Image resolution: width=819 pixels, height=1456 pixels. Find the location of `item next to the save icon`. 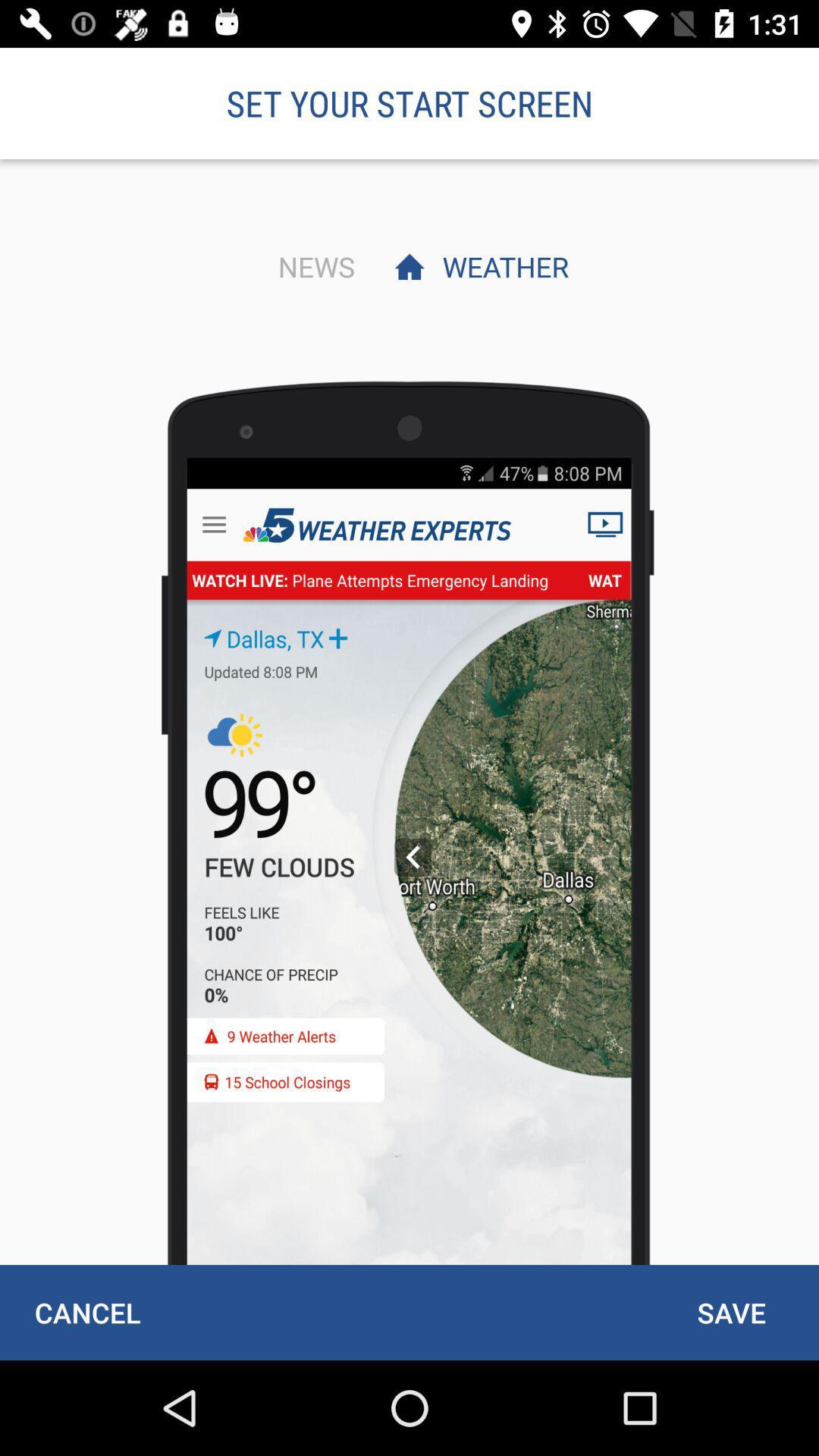

item next to the save icon is located at coordinates (87, 1312).